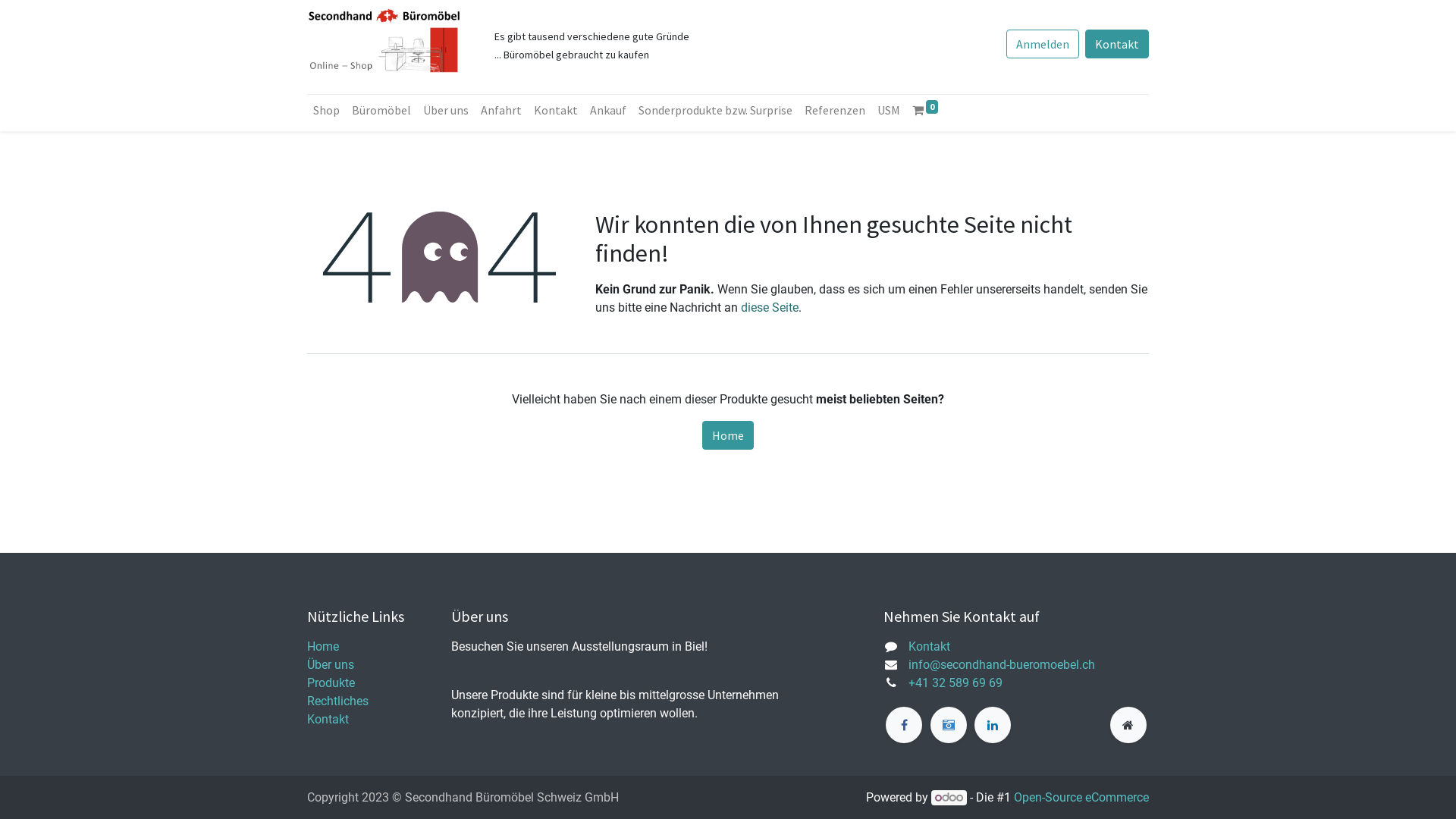 The height and width of the screenshot is (819, 1456). Describe the element at coordinates (330, 682) in the screenshot. I see `'Produkte'` at that location.